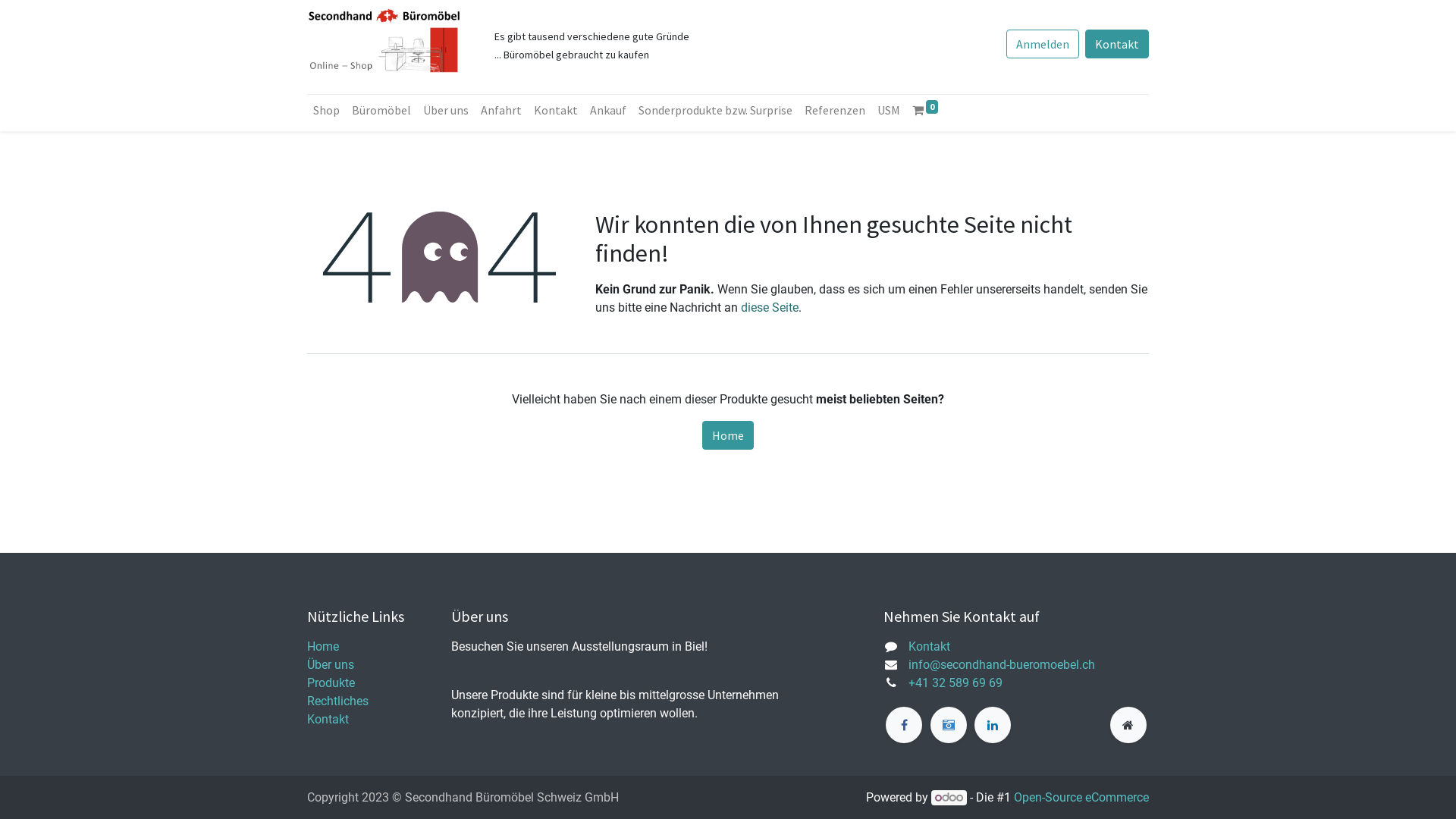 The height and width of the screenshot is (819, 1456). Describe the element at coordinates (330, 682) in the screenshot. I see `'Produkte'` at that location.